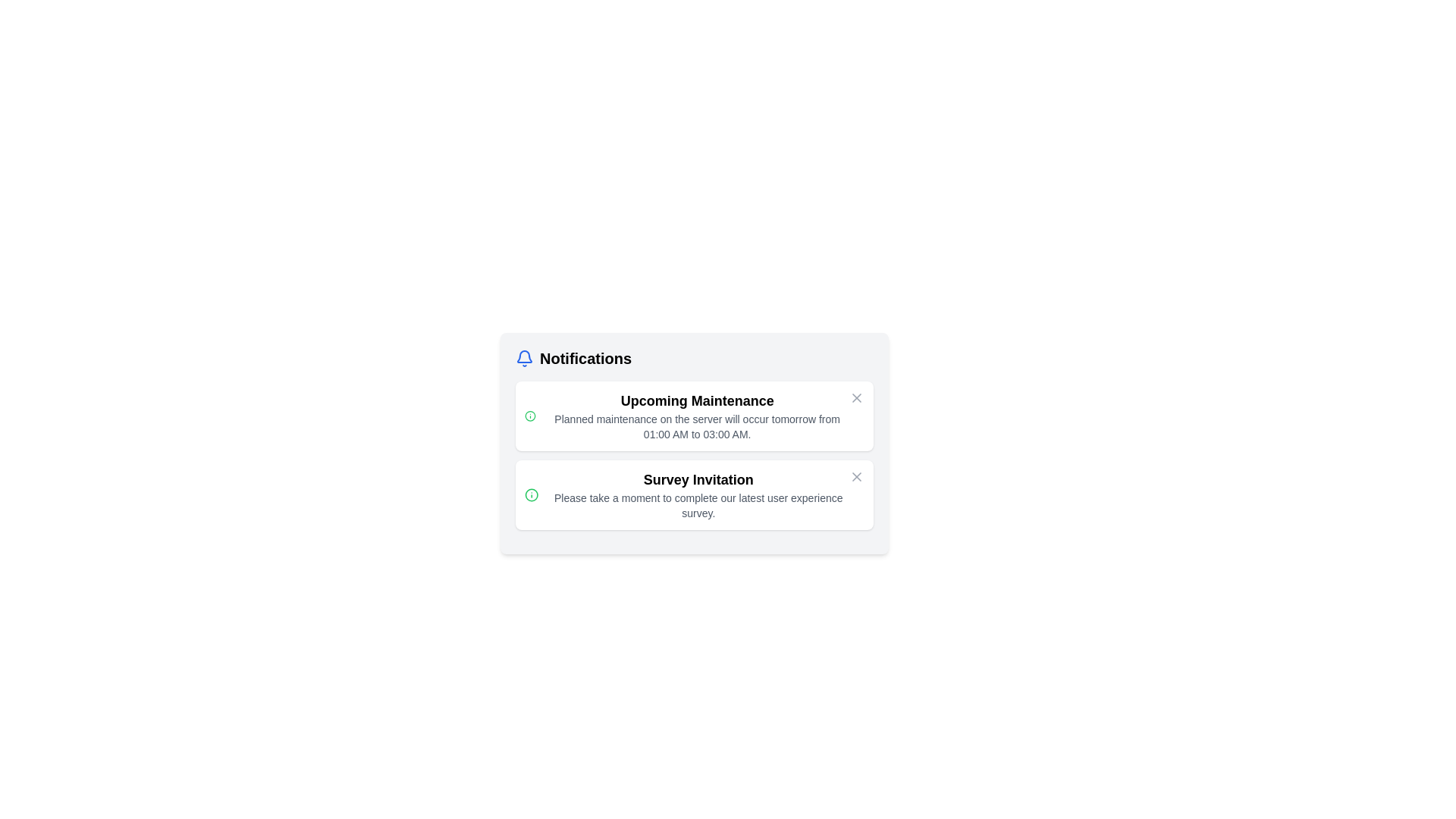 This screenshot has width=1456, height=819. Describe the element at coordinates (524, 359) in the screenshot. I see `the bell icon to acknowledge the notification count` at that location.